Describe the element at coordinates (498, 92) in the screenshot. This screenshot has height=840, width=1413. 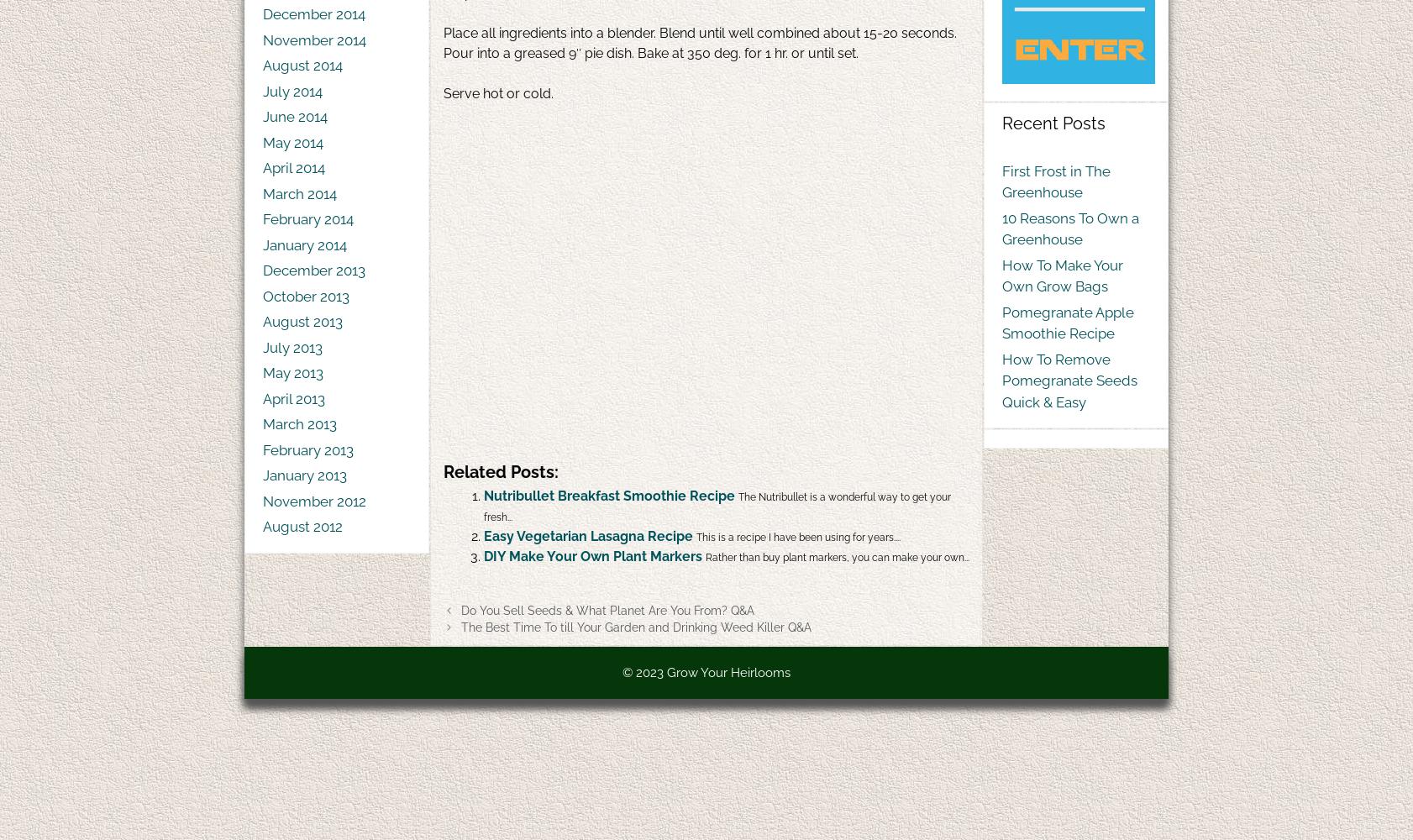
I see `'Serve hot or cold.'` at that location.